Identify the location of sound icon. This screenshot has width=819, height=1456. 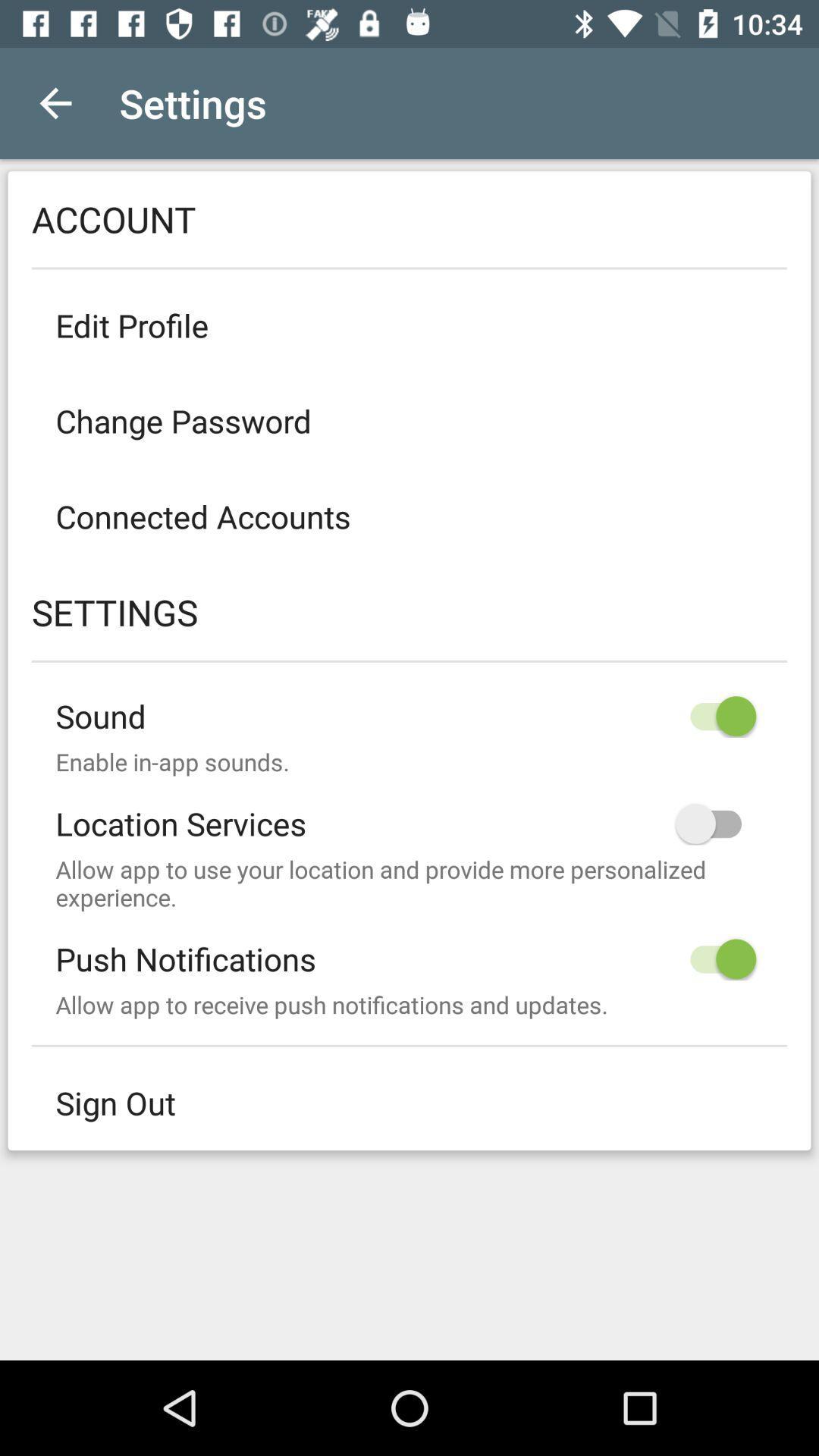
(409, 703).